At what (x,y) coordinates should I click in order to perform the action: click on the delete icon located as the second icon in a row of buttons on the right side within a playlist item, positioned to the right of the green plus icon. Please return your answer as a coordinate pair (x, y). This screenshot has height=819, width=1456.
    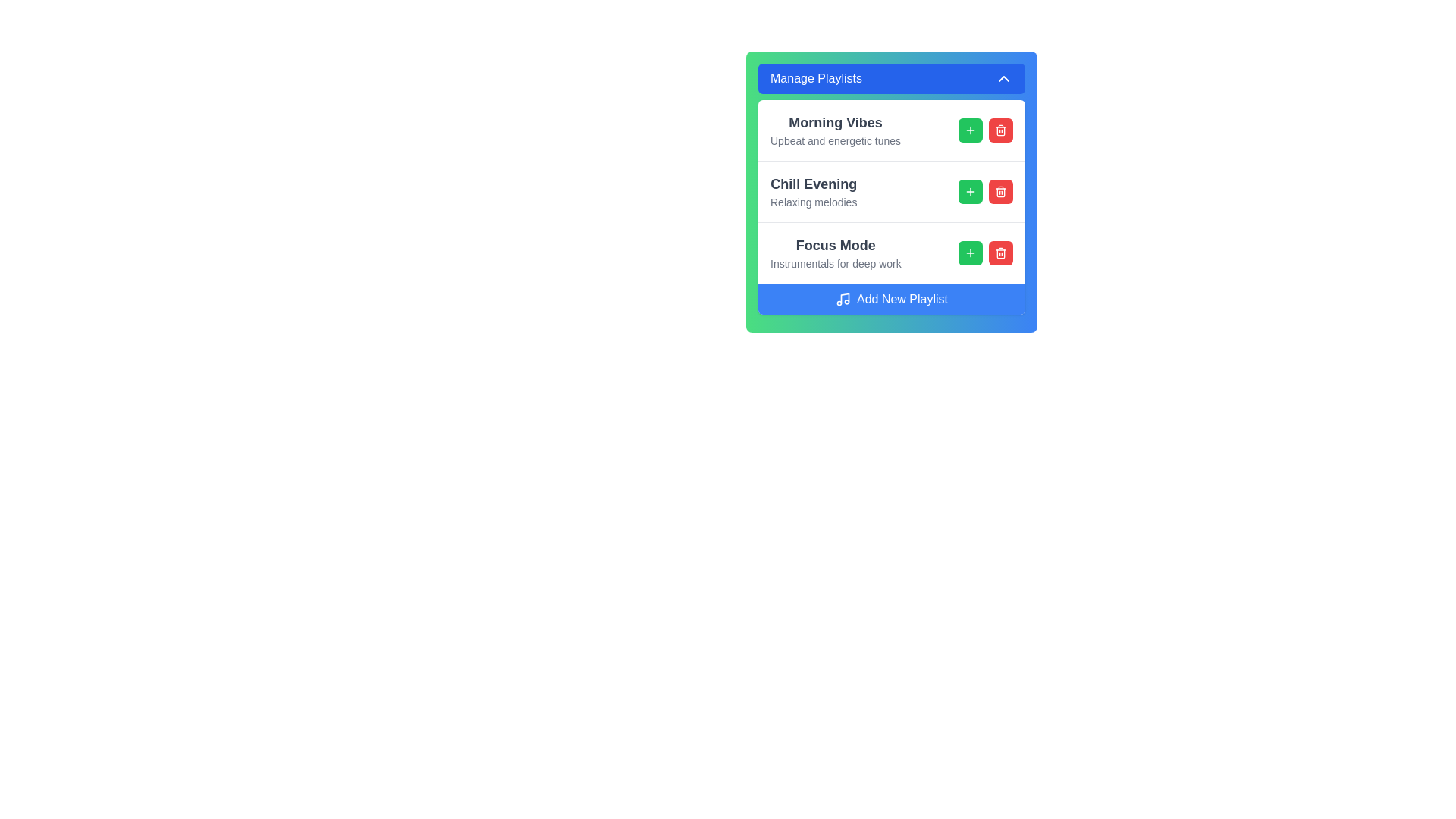
    Looking at the image, I should click on (1001, 253).